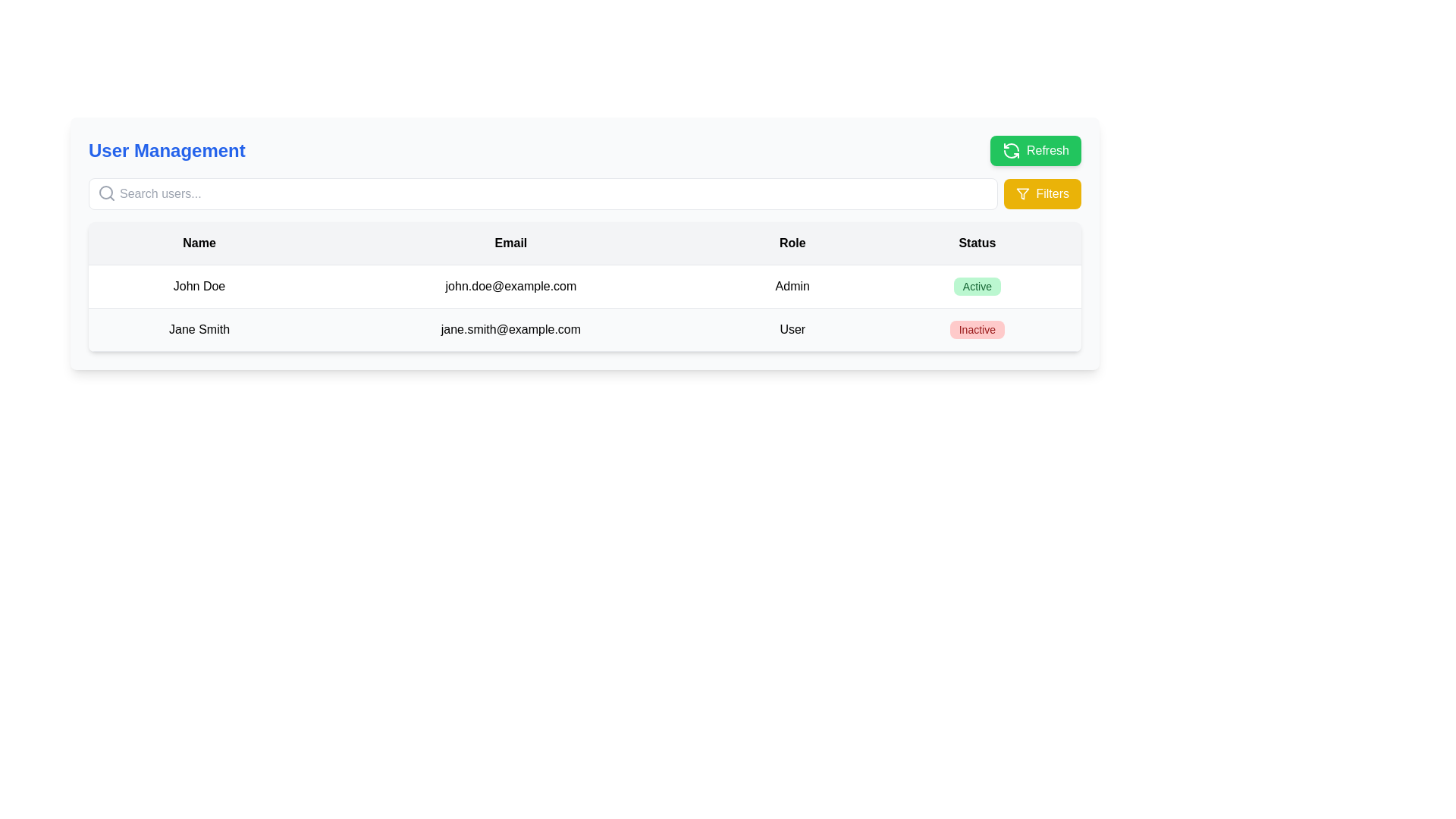 The image size is (1456, 819). Describe the element at coordinates (1023, 193) in the screenshot. I see `the filter icon located within the yellow 'Filters' button in the top-right section of the interface to potentially reveal tooltips` at that location.